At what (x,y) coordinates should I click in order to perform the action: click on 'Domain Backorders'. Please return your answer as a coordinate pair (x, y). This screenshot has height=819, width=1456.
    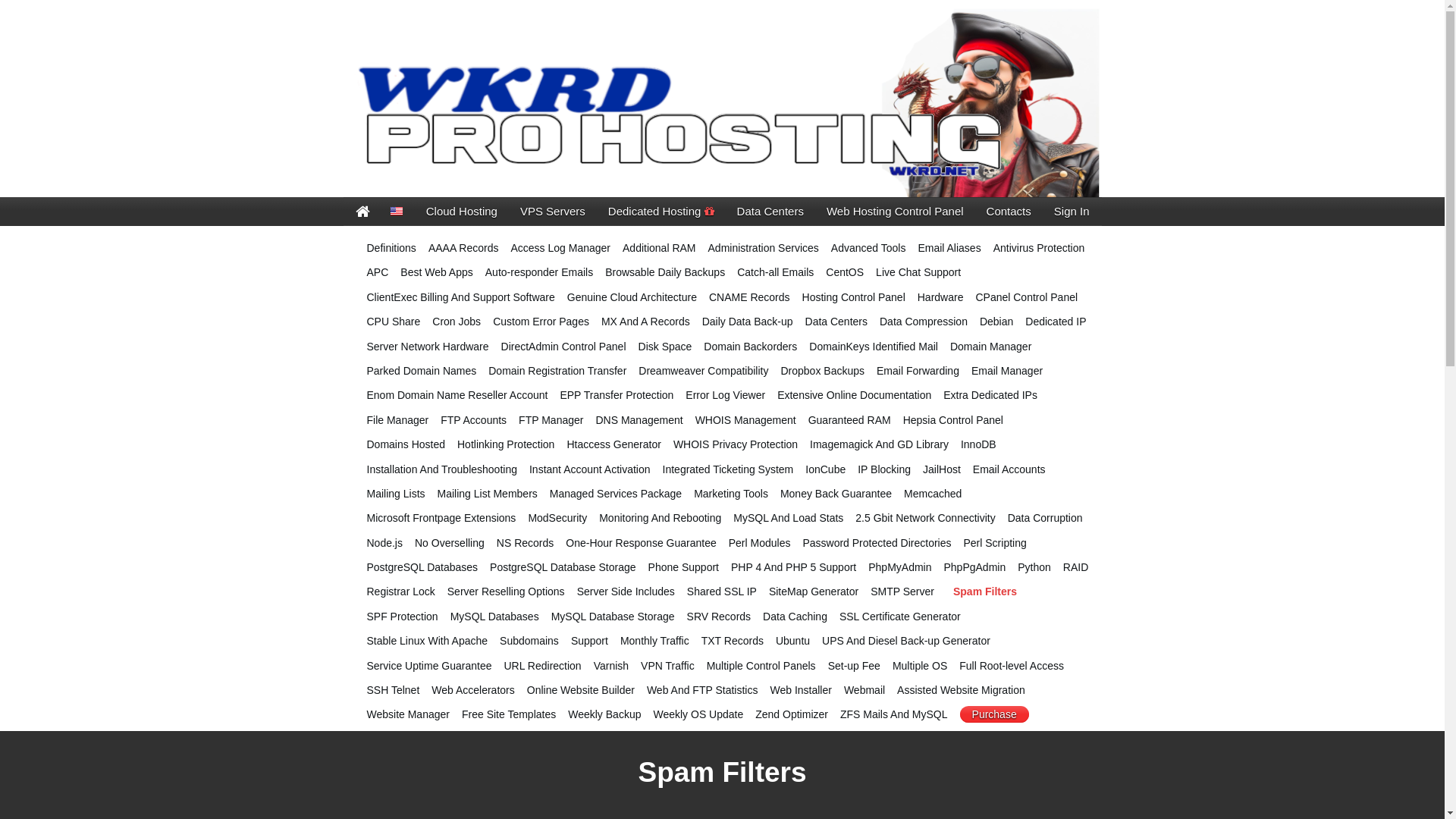
    Looking at the image, I should click on (750, 346).